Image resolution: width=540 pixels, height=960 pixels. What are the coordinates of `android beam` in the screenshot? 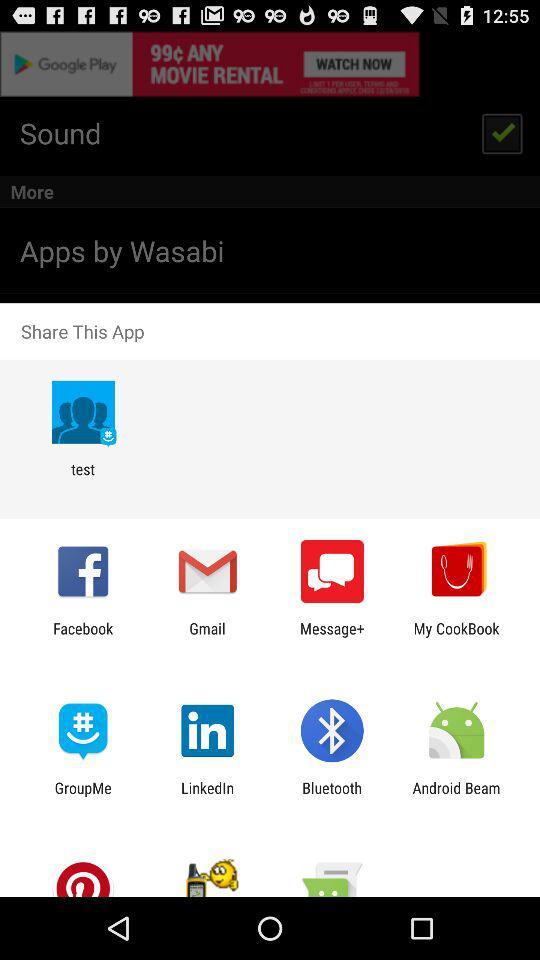 It's located at (456, 796).